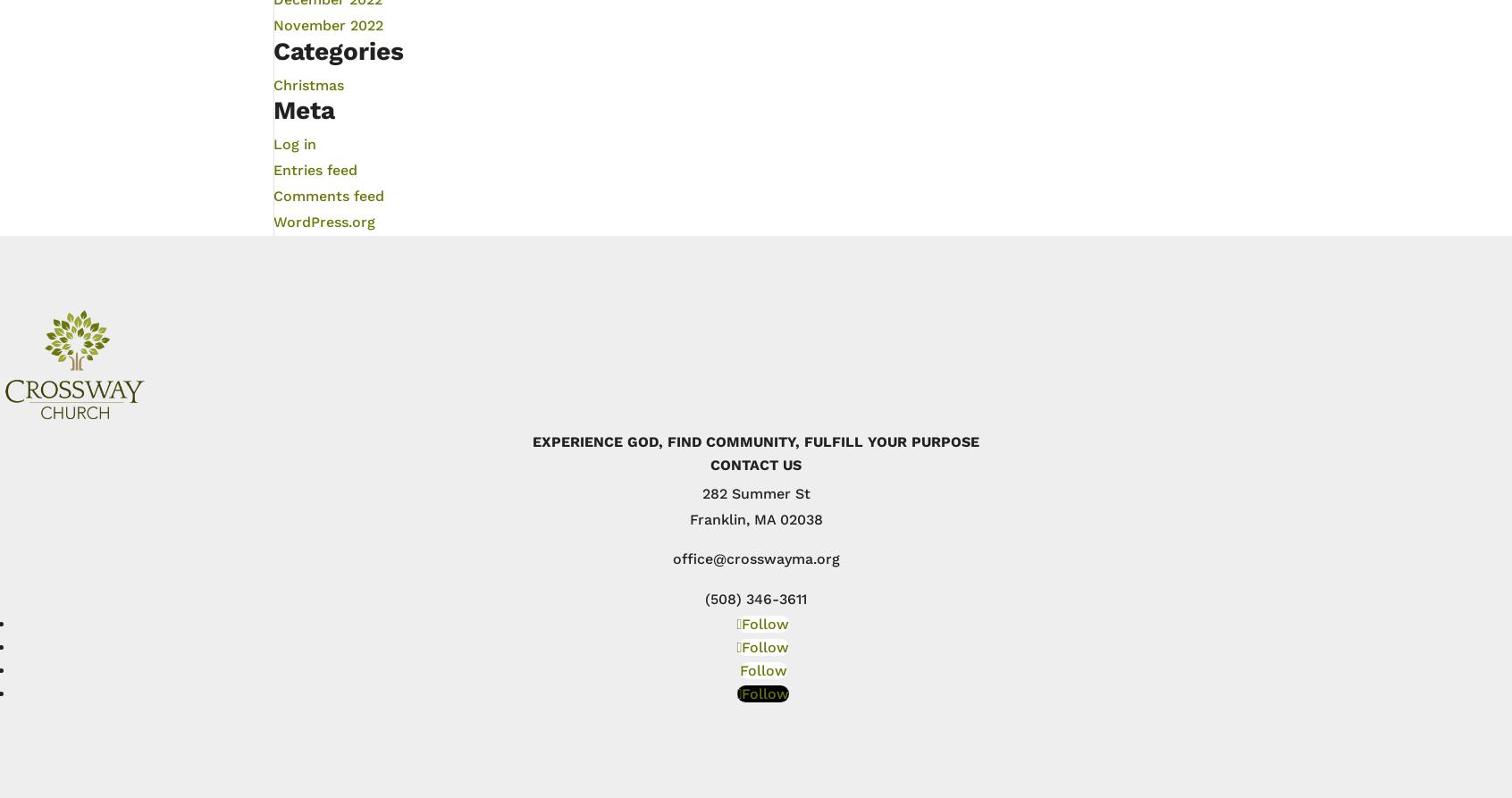  What do you see at coordinates (755, 491) in the screenshot?
I see `'282 Summer St'` at bounding box center [755, 491].